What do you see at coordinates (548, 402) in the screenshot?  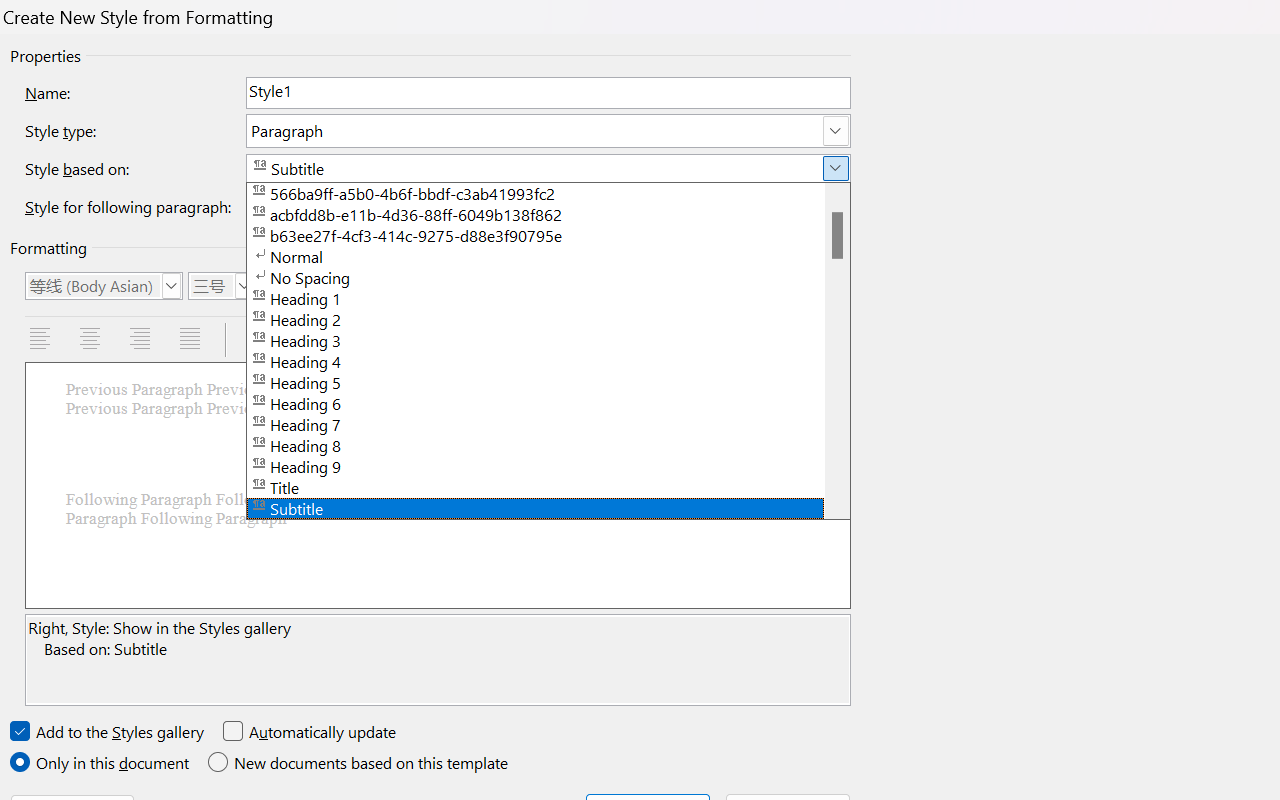 I see `'Heading 6'` at bounding box center [548, 402].